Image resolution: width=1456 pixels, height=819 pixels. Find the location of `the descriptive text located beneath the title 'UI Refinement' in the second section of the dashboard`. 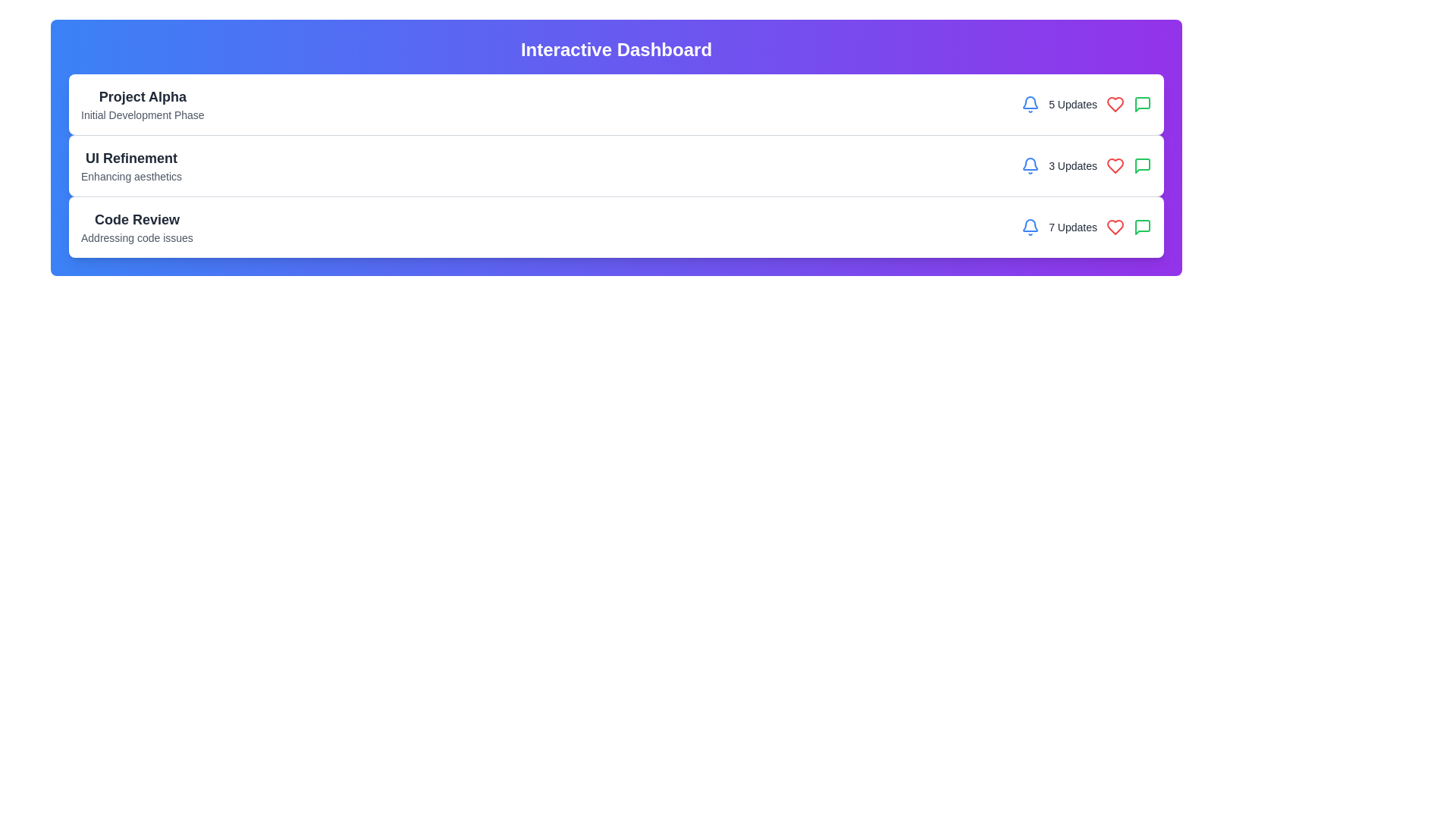

the descriptive text located beneath the title 'UI Refinement' in the second section of the dashboard is located at coordinates (131, 175).